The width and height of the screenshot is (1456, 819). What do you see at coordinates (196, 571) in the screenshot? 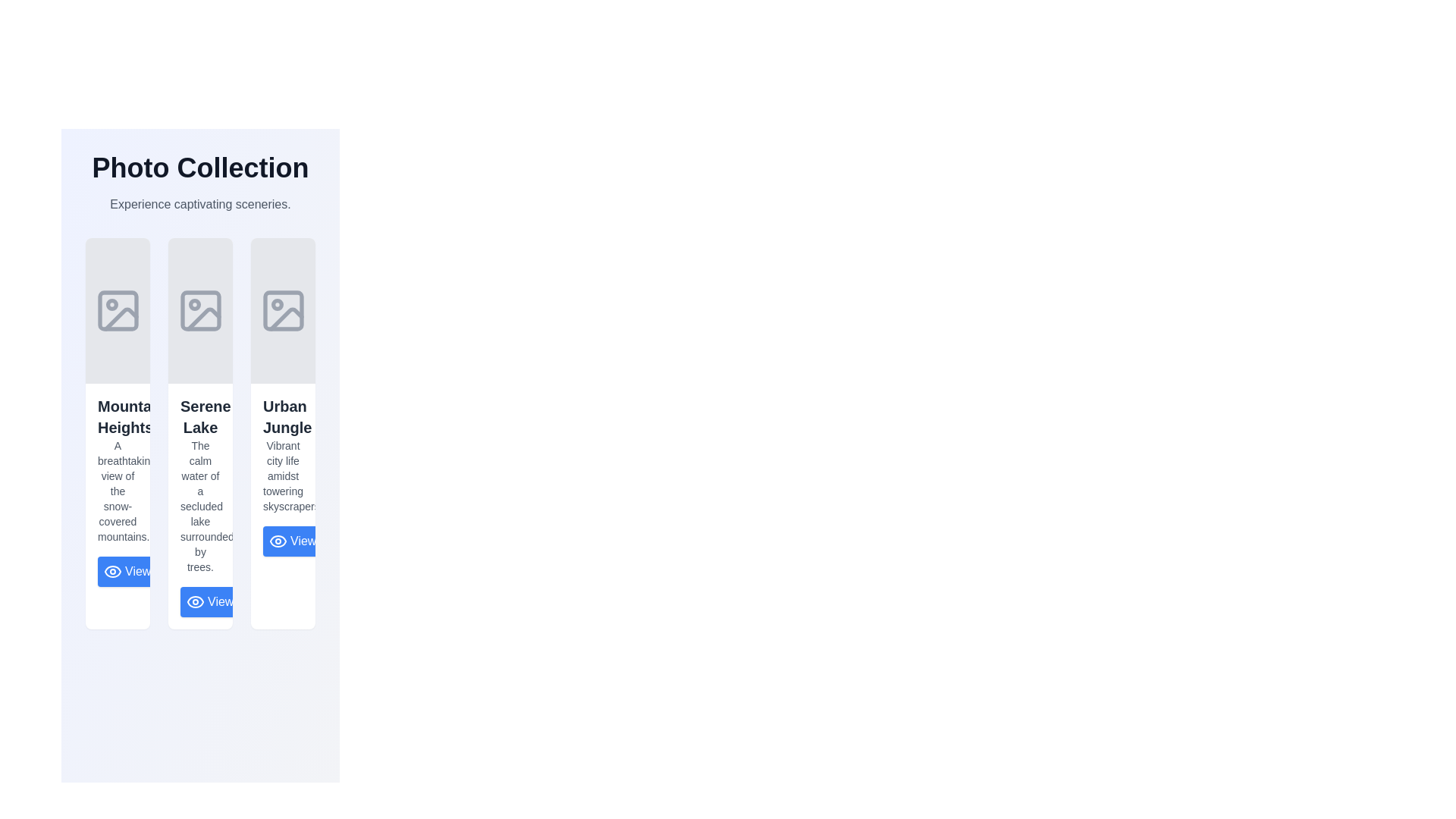
I see `the 'Edit' button, which is the second button in a row of three ('View', 'Edit', 'Delete')` at bounding box center [196, 571].